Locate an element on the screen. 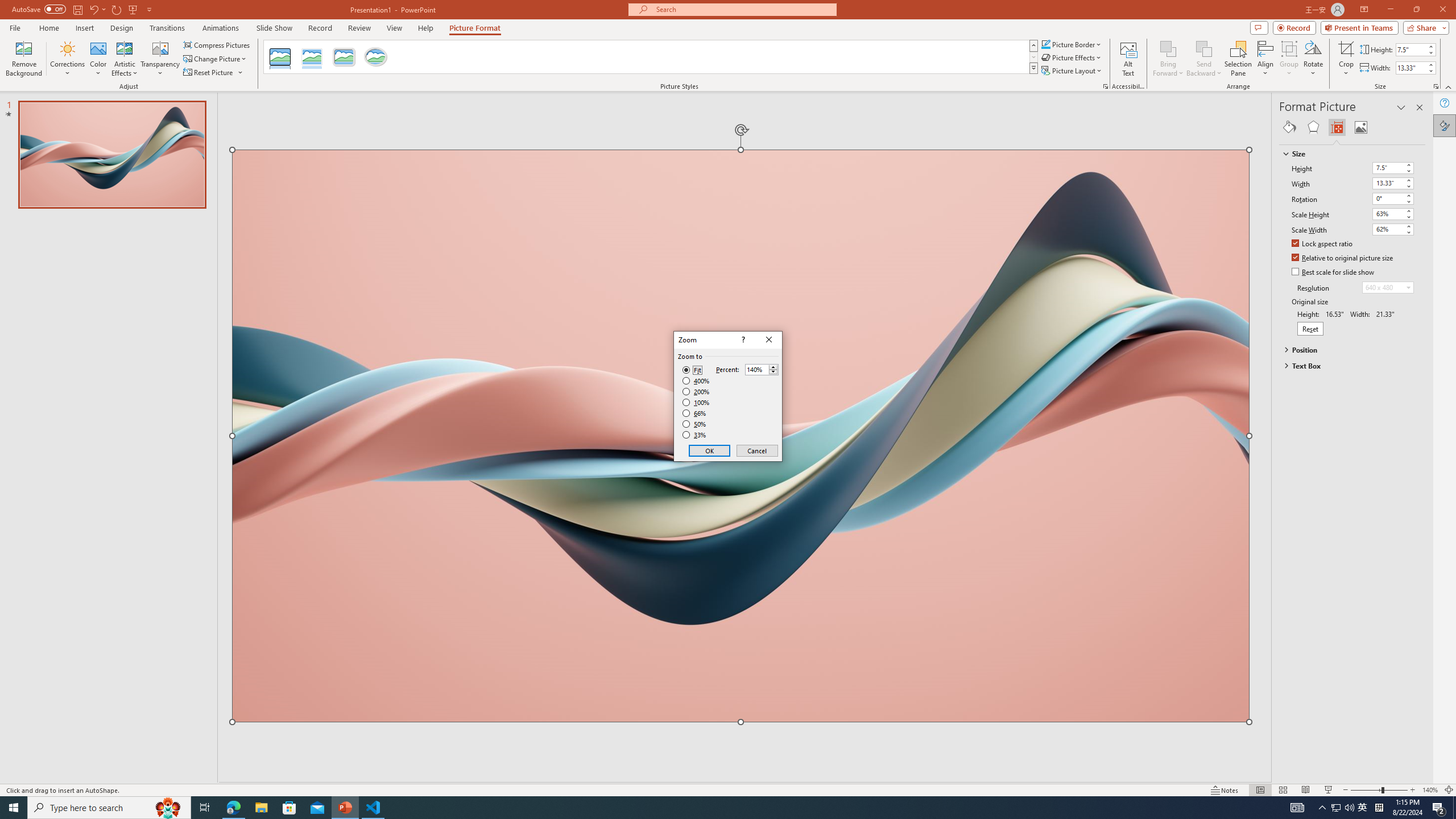  'Send Backward' is located at coordinates (1203, 59).